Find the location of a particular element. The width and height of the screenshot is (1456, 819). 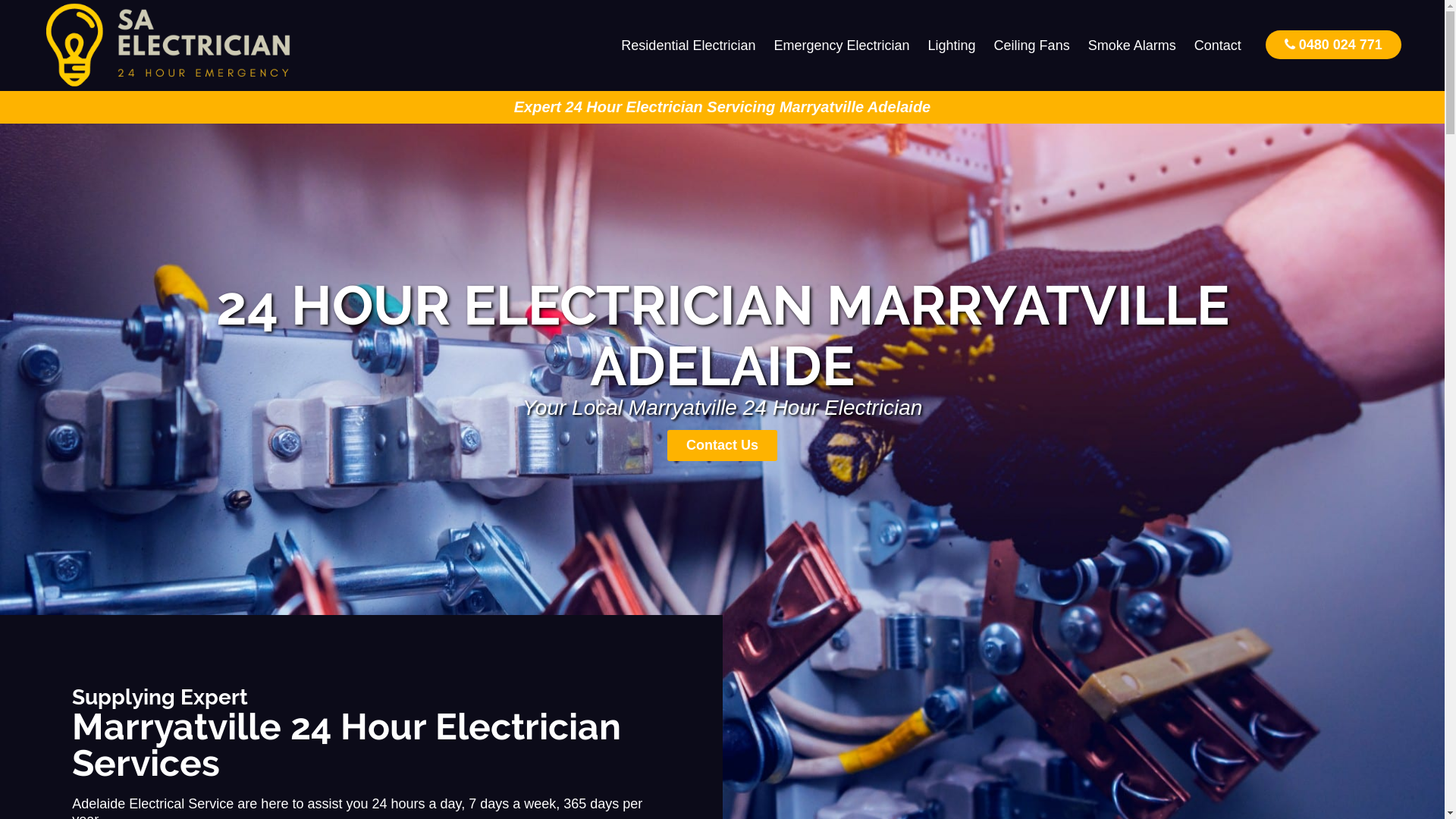

'Smoke Alarms' is located at coordinates (1131, 45).